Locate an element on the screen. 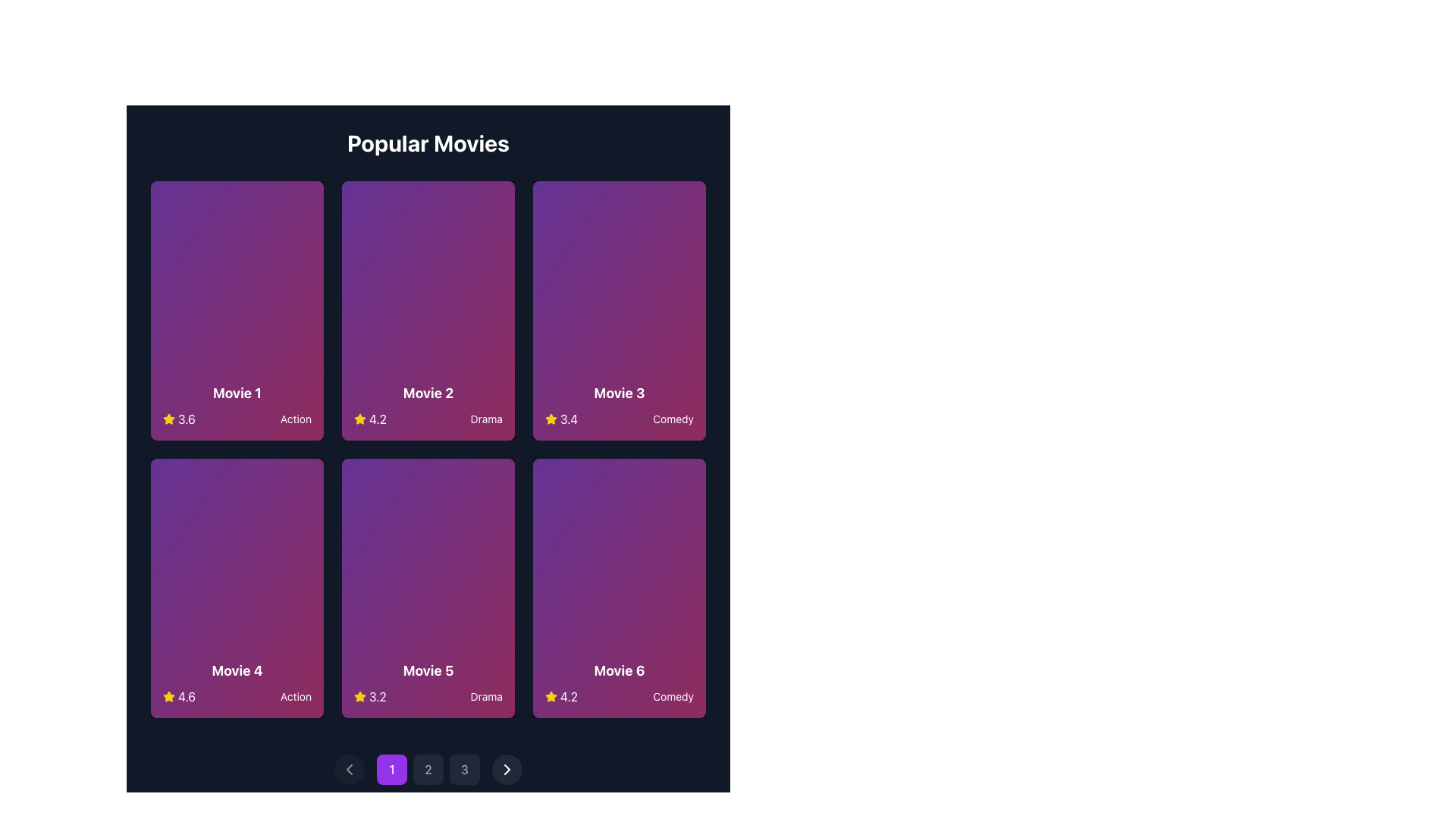 Image resolution: width=1456 pixels, height=819 pixels. the backward navigation button located in the bottom navigation area to the left of the active page indicator button showing '1' is located at coordinates (348, 769).